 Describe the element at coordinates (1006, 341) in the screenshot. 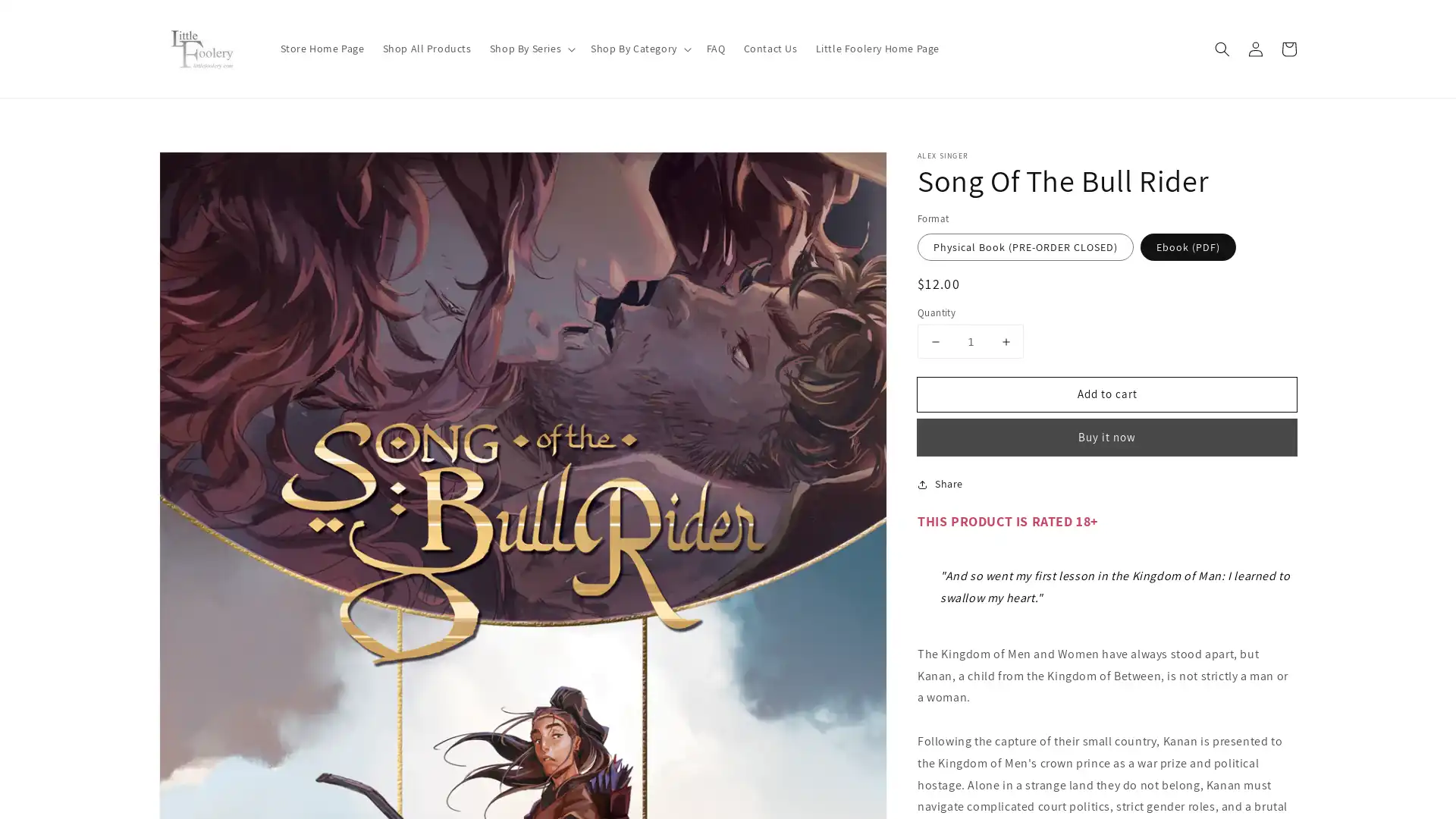

I see `Increase quantity for Song Of The Bull Rider` at that location.